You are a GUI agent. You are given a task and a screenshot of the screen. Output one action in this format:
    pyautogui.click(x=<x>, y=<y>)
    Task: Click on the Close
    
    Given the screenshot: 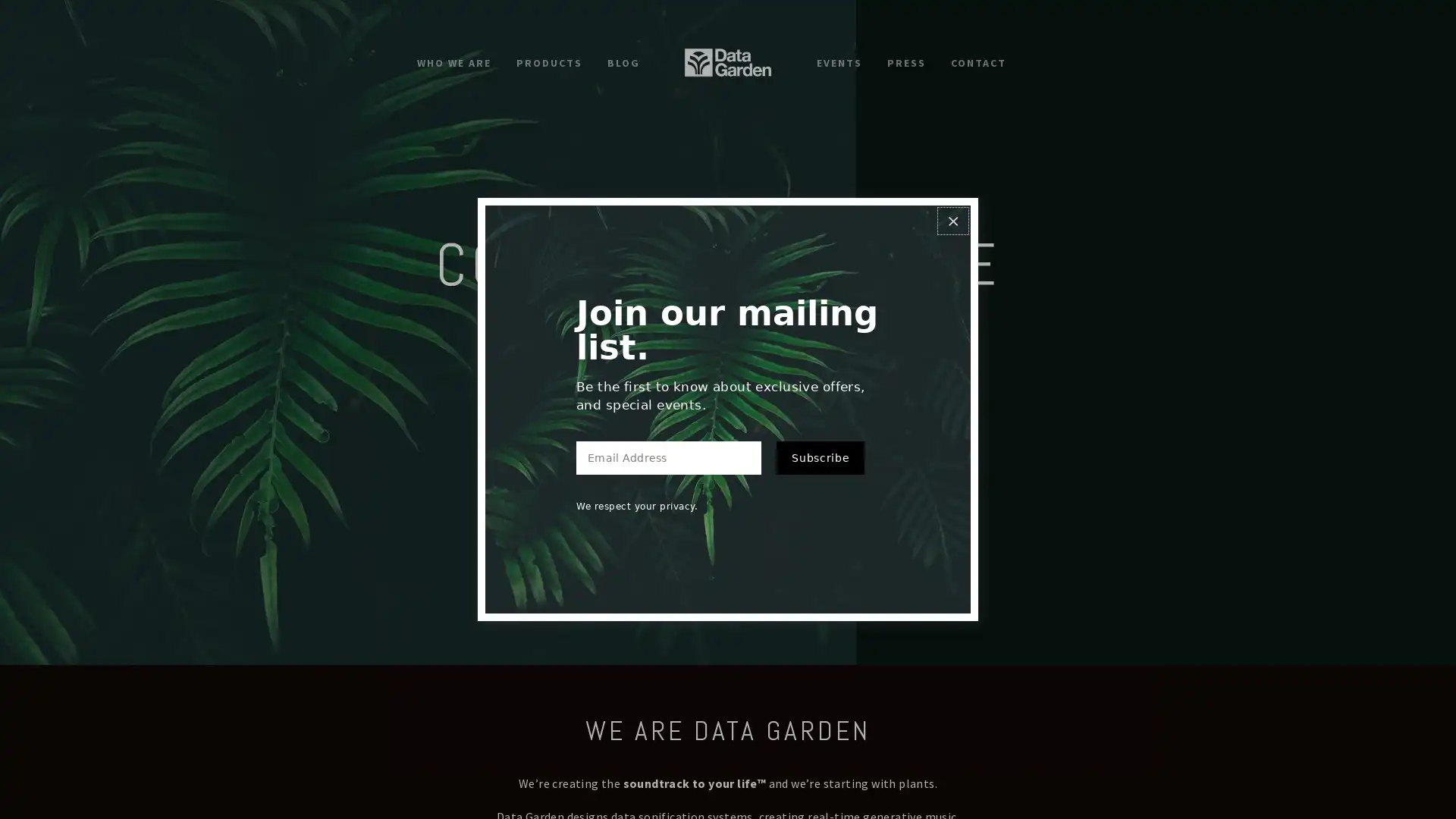 What is the action you would take?
    pyautogui.click(x=952, y=210)
    